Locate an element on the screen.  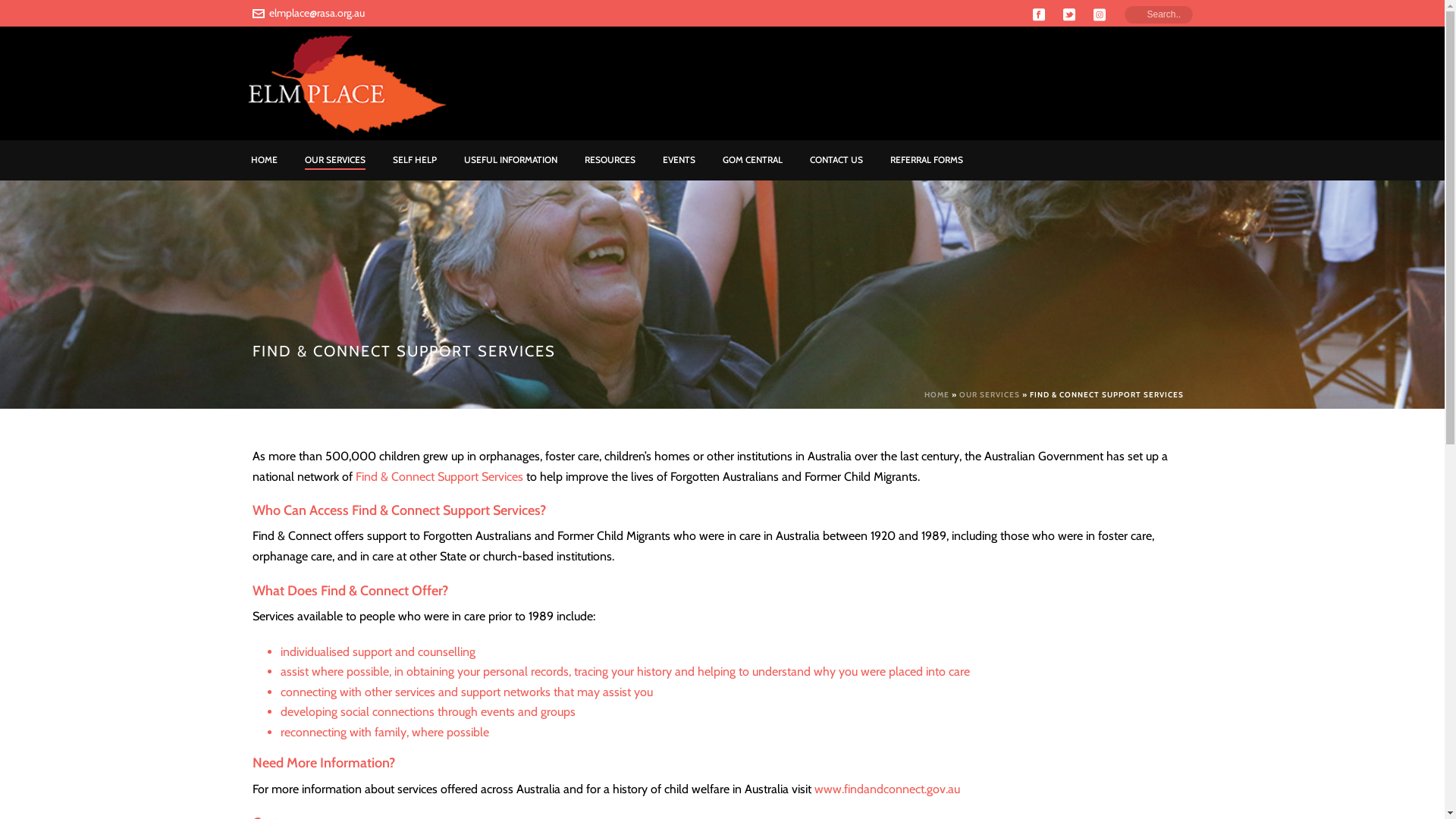
'Elm Place' is located at coordinates (340, 83).